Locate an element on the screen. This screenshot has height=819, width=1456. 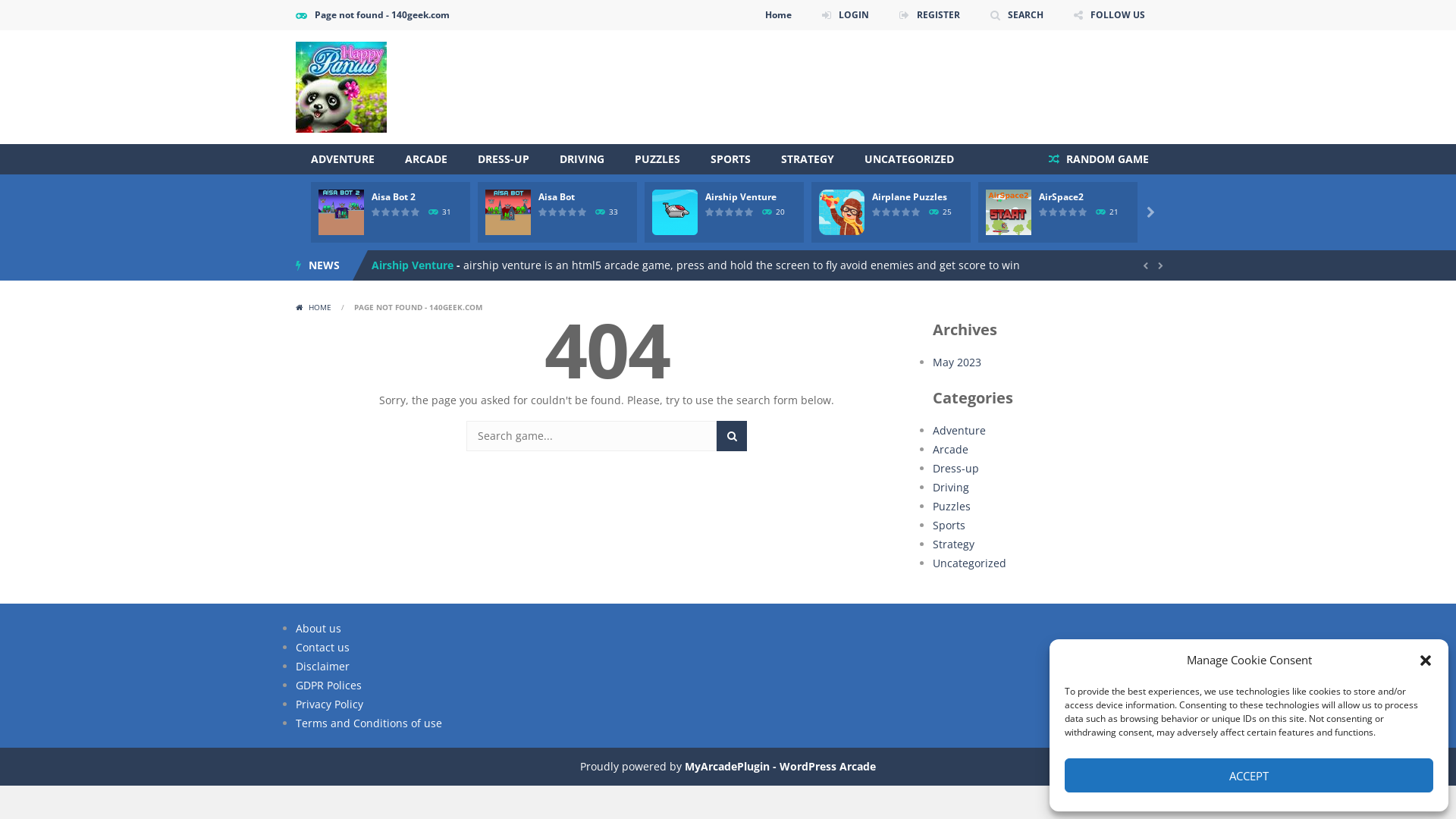
'Disclaimer' is located at coordinates (322, 665).